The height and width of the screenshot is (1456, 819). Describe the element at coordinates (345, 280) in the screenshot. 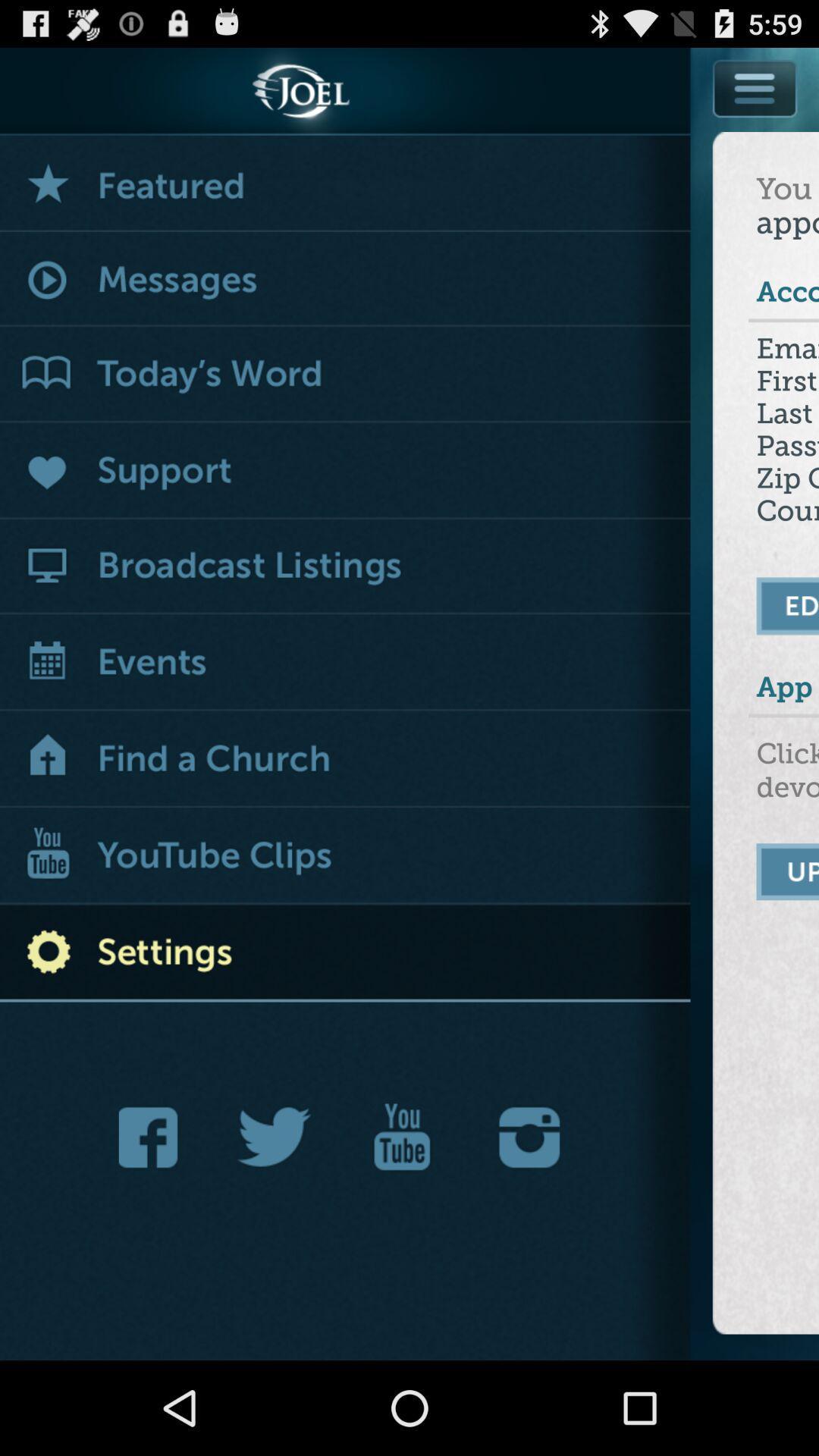

I see `see new messages` at that location.